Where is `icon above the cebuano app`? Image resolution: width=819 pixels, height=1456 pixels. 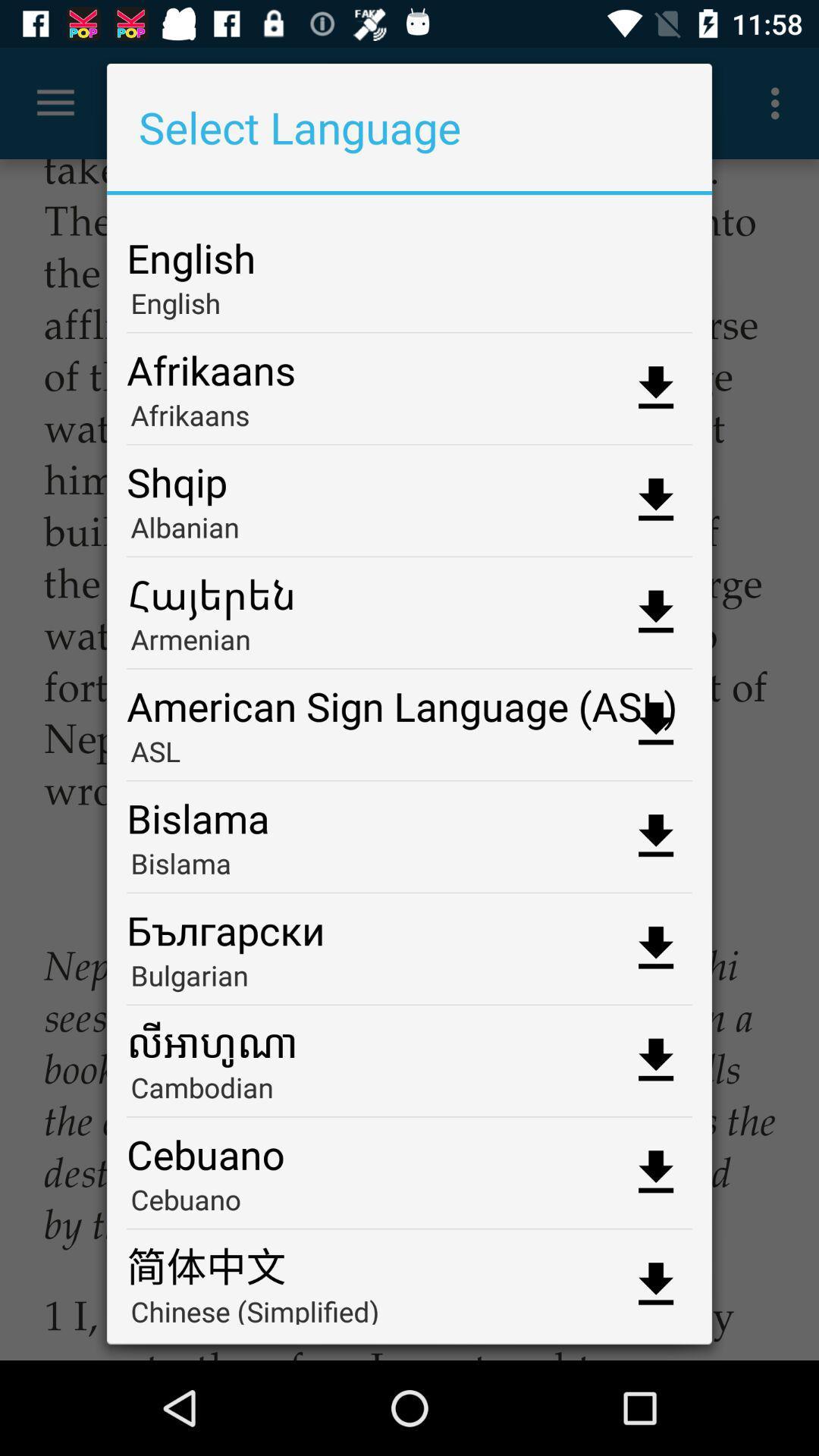
icon above the cebuano app is located at coordinates (409, 1092).